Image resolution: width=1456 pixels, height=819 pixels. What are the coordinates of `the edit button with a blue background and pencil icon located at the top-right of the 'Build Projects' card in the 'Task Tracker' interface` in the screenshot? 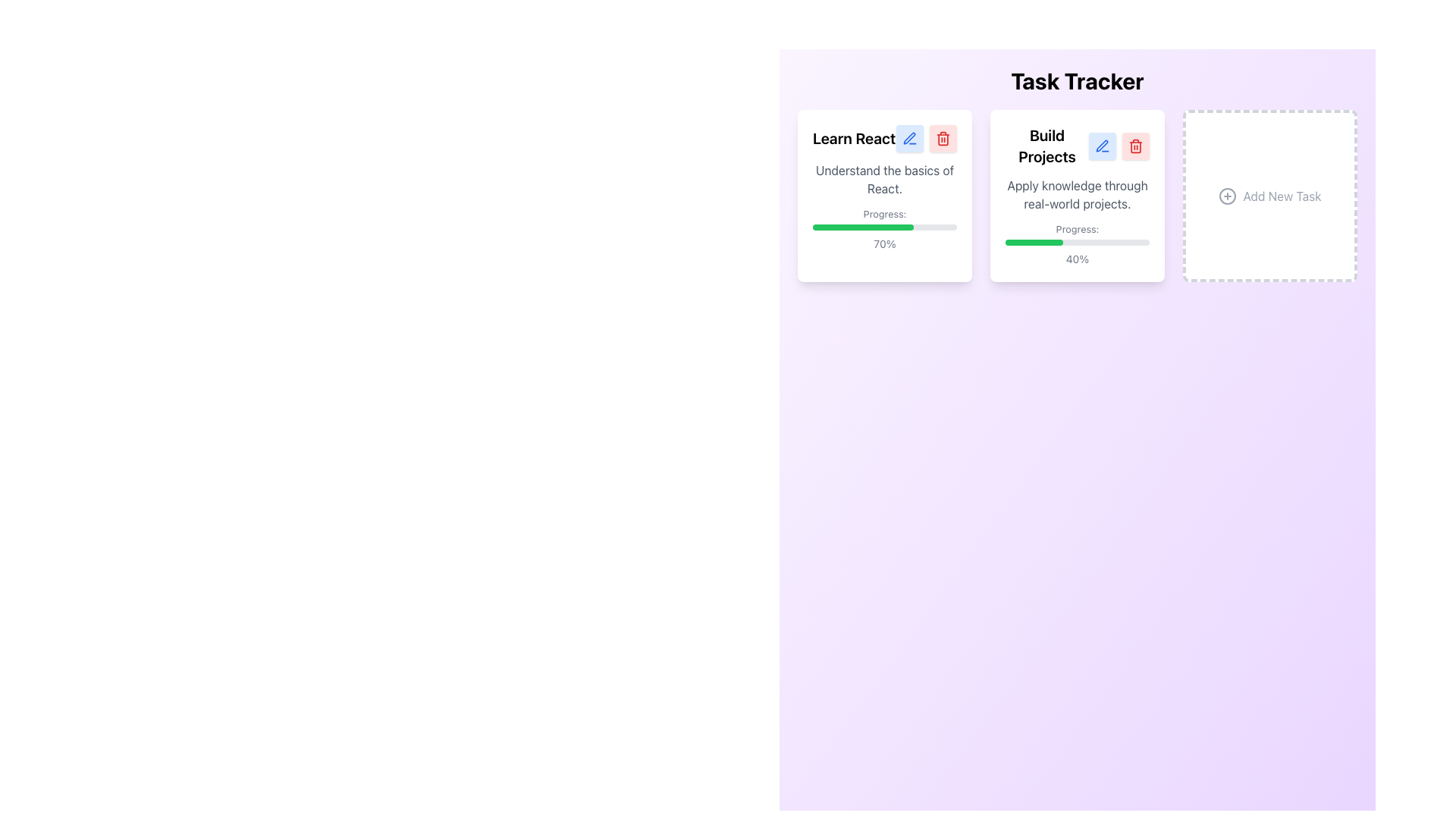 It's located at (1103, 146).